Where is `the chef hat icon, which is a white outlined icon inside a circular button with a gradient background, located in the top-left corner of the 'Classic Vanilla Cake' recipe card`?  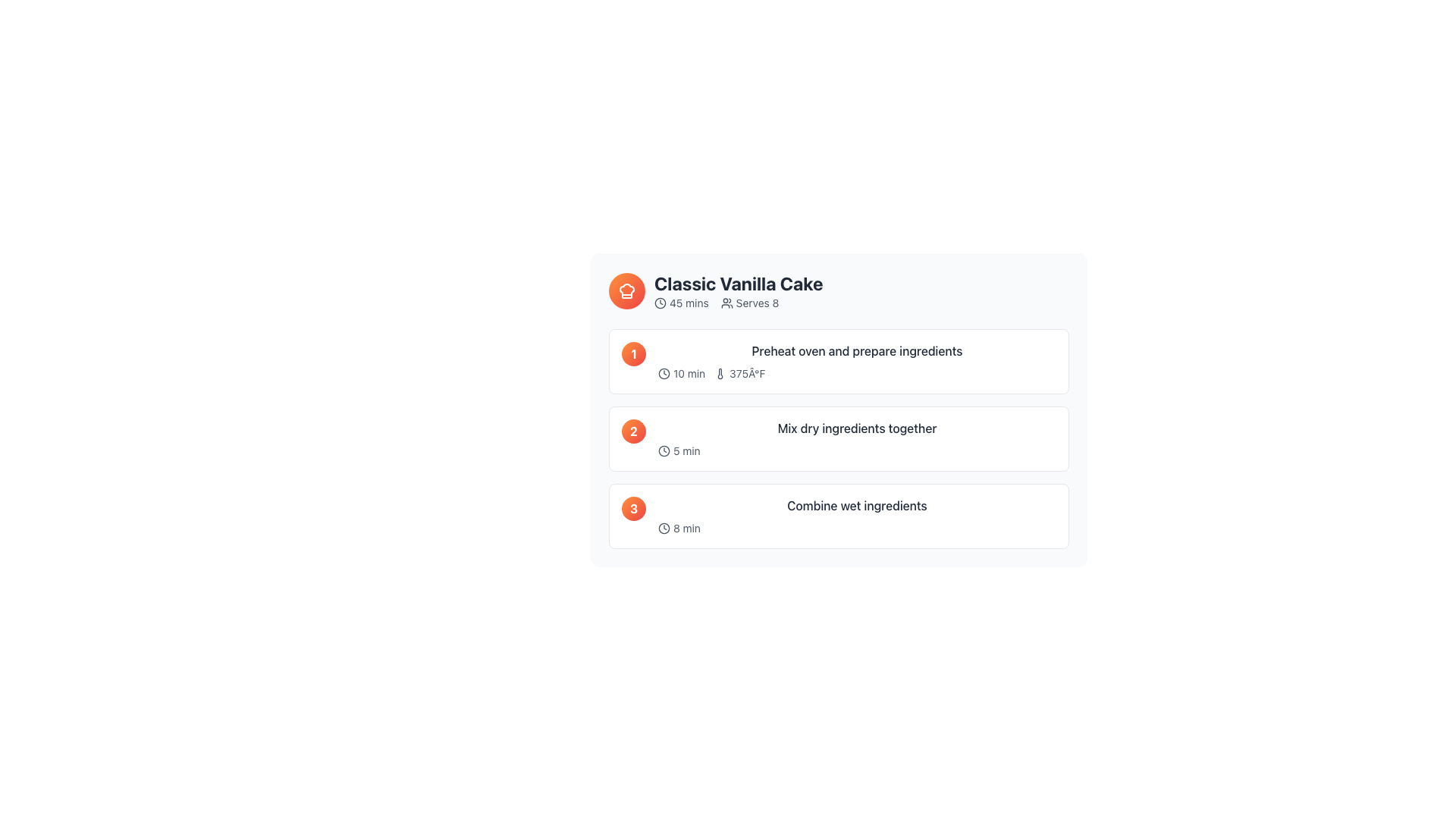
the chef hat icon, which is a white outlined icon inside a circular button with a gradient background, located in the top-left corner of the 'Classic Vanilla Cake' recipe card is located at coordinates (626, 291).